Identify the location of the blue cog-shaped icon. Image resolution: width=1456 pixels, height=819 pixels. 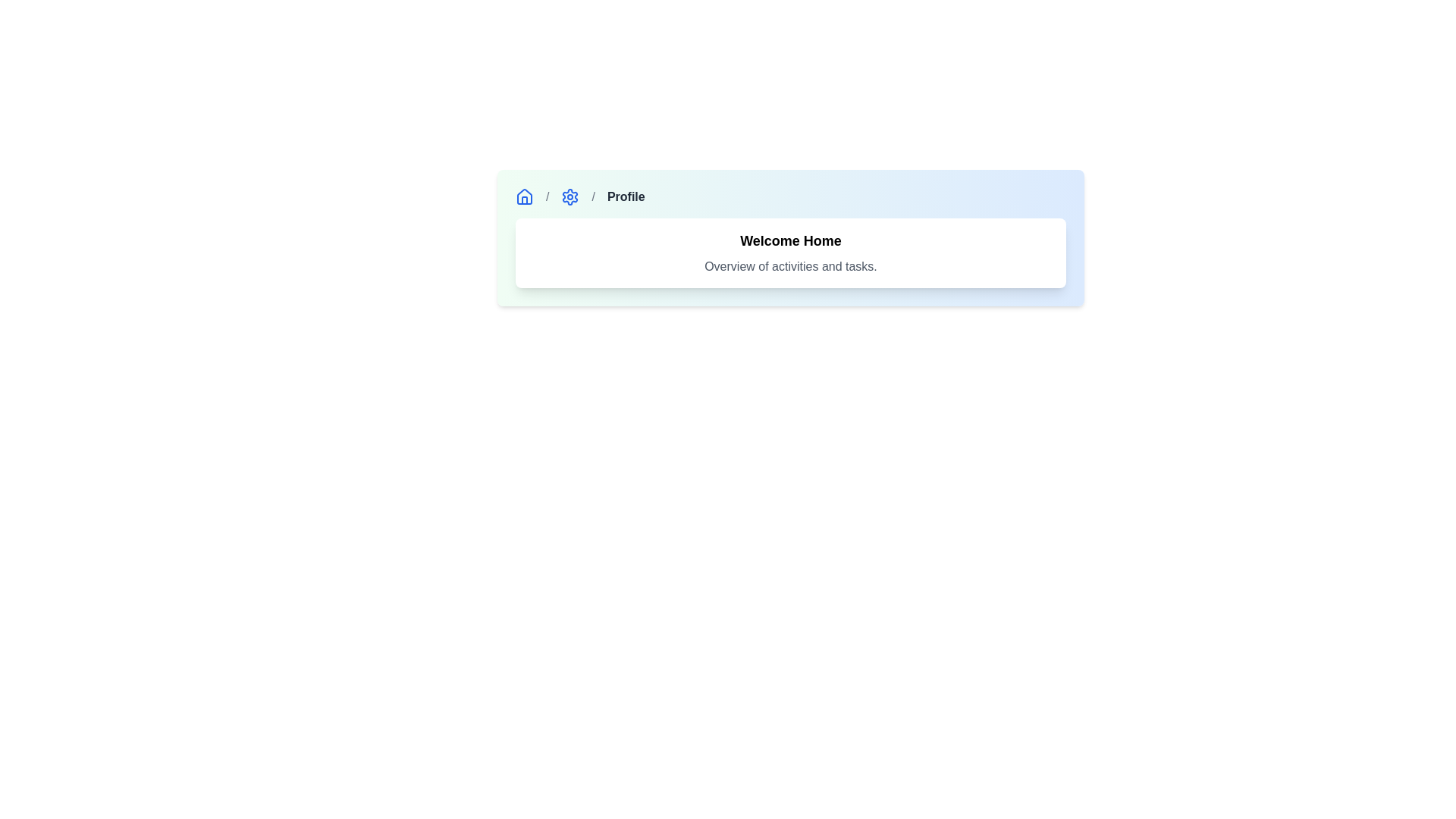
(570, 196).